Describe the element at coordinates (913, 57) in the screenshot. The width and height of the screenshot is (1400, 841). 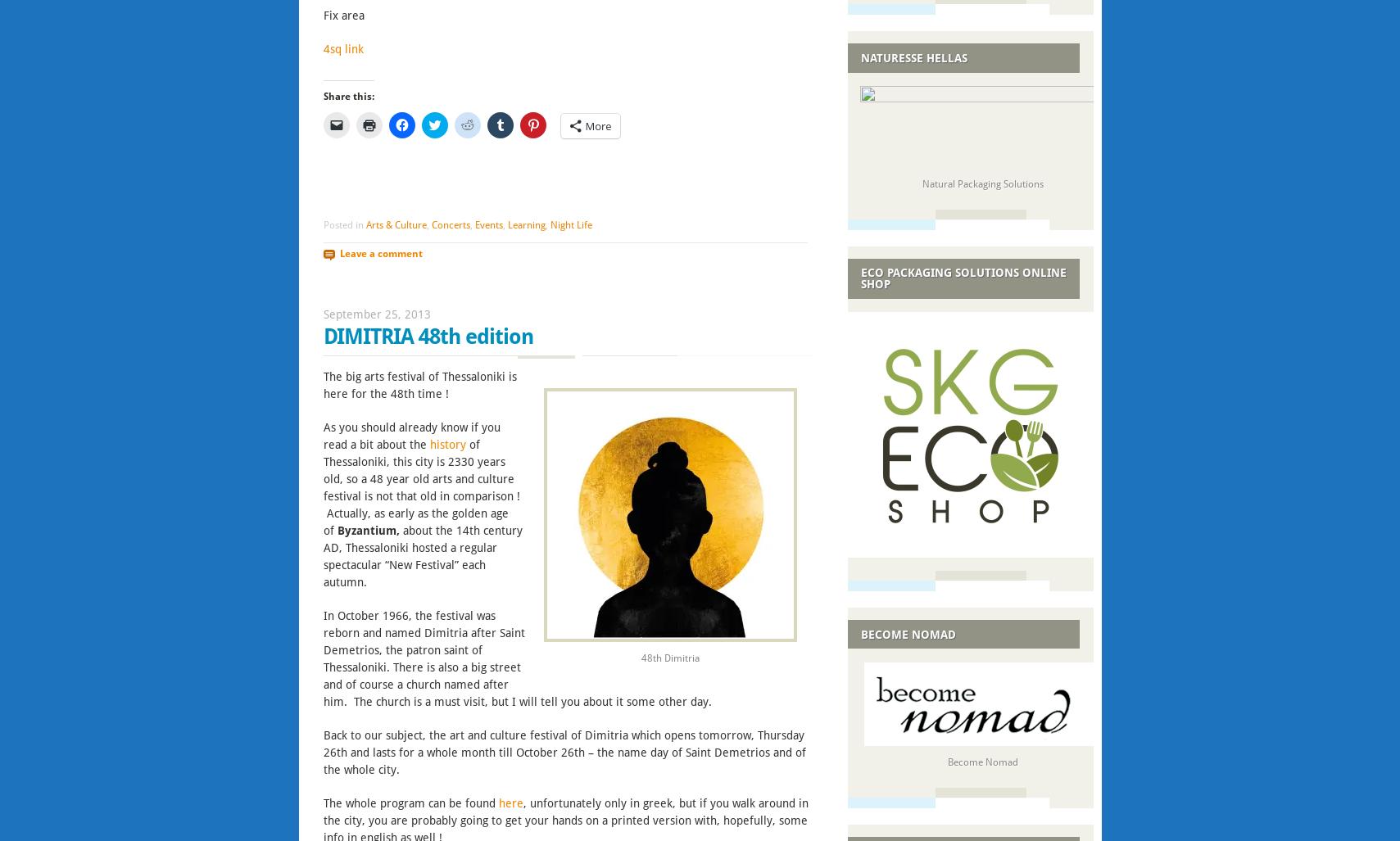
I see `'Naturesse Hellas'` at that location.